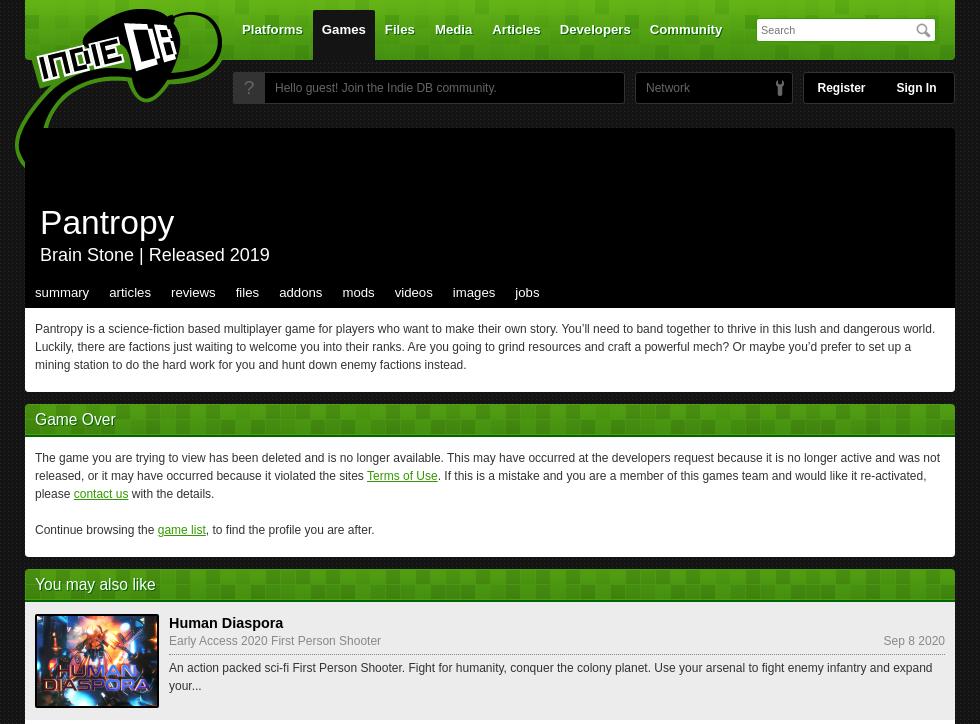 The image size is (980, 724). I want to click on 'Early Access 2020', so click(217, 640).